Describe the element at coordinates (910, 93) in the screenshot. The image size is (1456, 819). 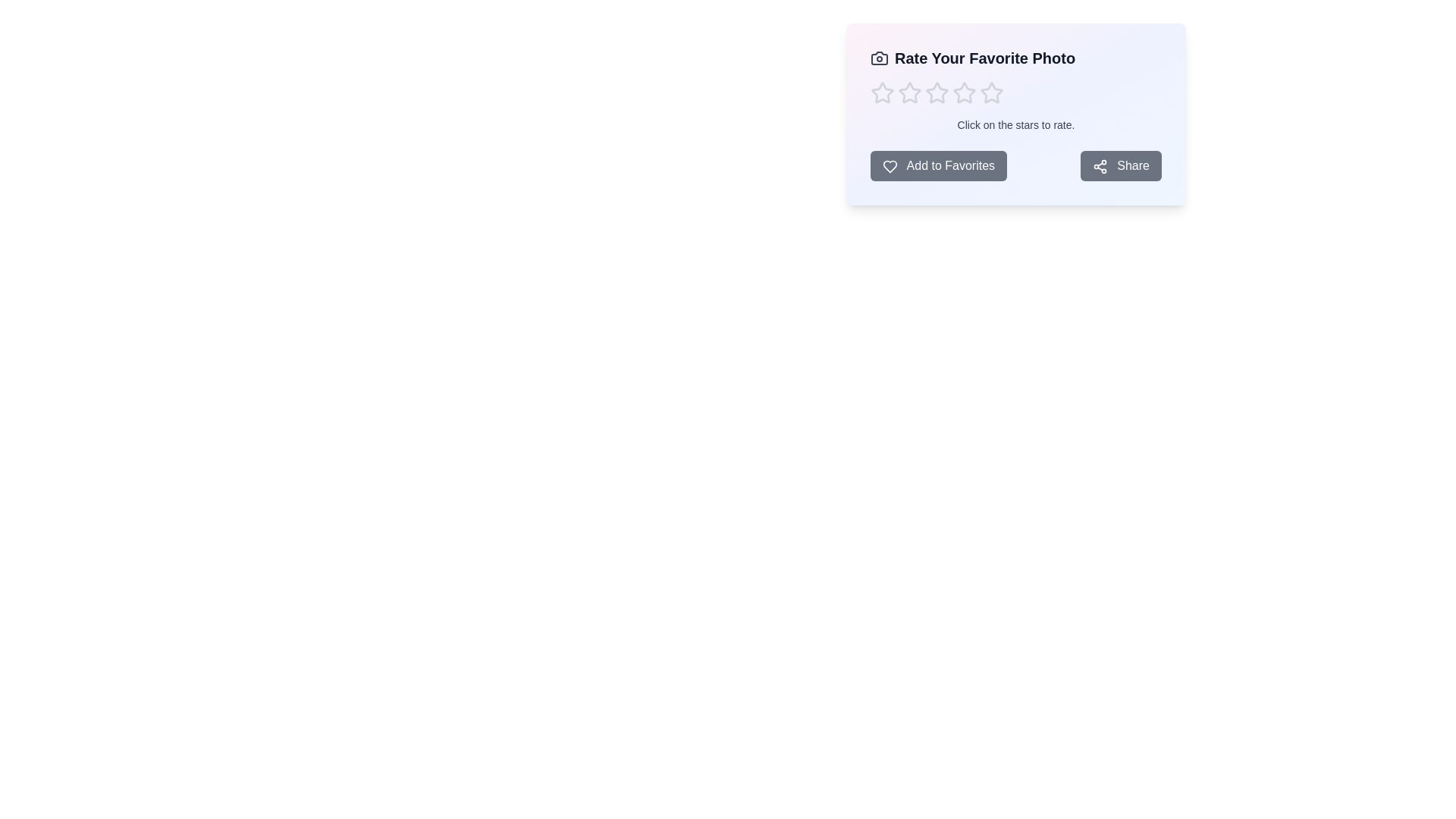
I see `the second star icon in the horizontally aligned group of five stars` at that location.